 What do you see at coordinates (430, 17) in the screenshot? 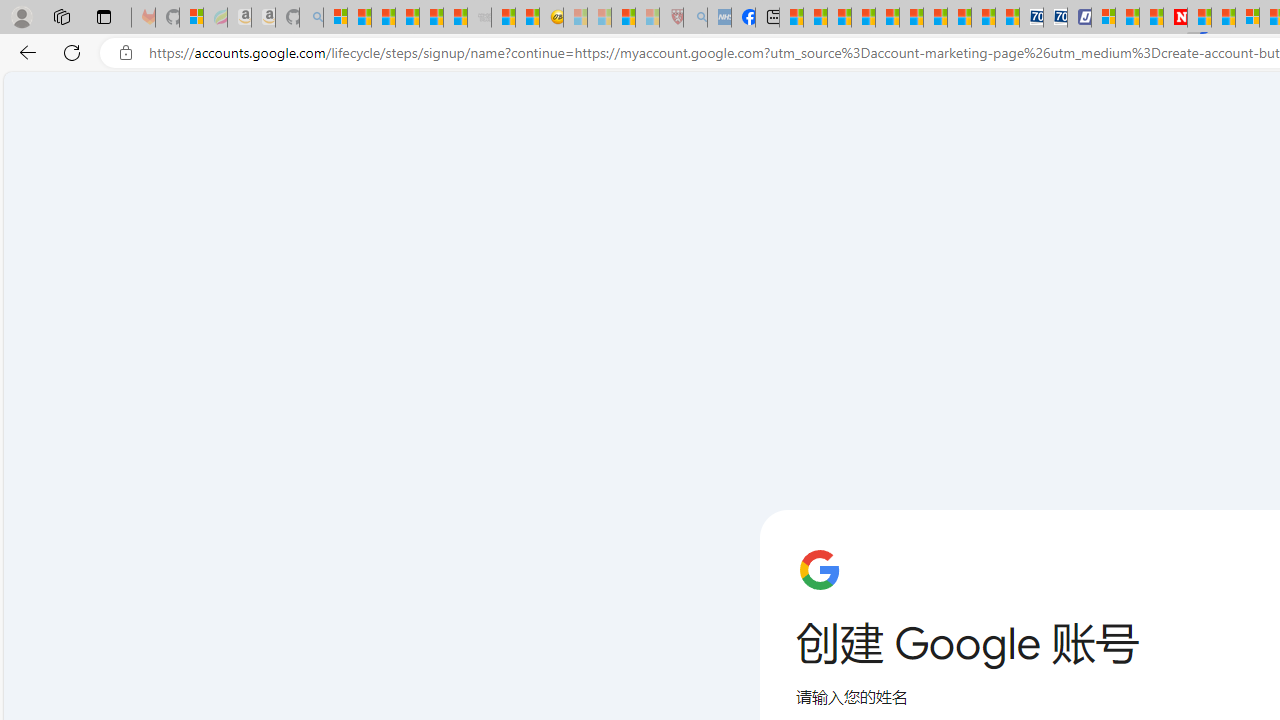
I see `'New Report Confirms 2023 Was Record Hot | Watch'` at bounding box center [430, 17].